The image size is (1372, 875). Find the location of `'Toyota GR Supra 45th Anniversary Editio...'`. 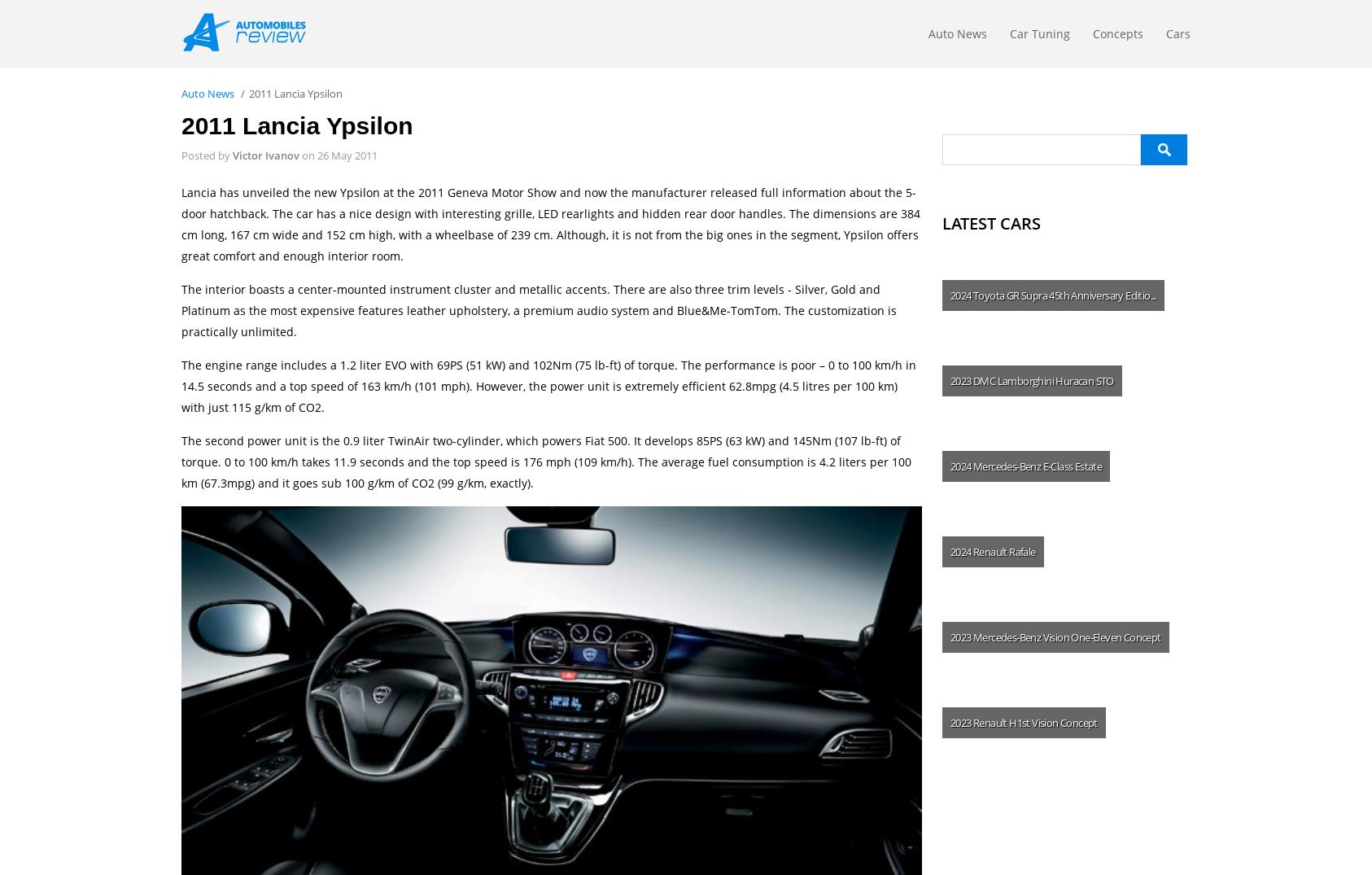

'Toyota GR Supra 45th Anniversary Editio...' is located at coordinates (1064, 295).